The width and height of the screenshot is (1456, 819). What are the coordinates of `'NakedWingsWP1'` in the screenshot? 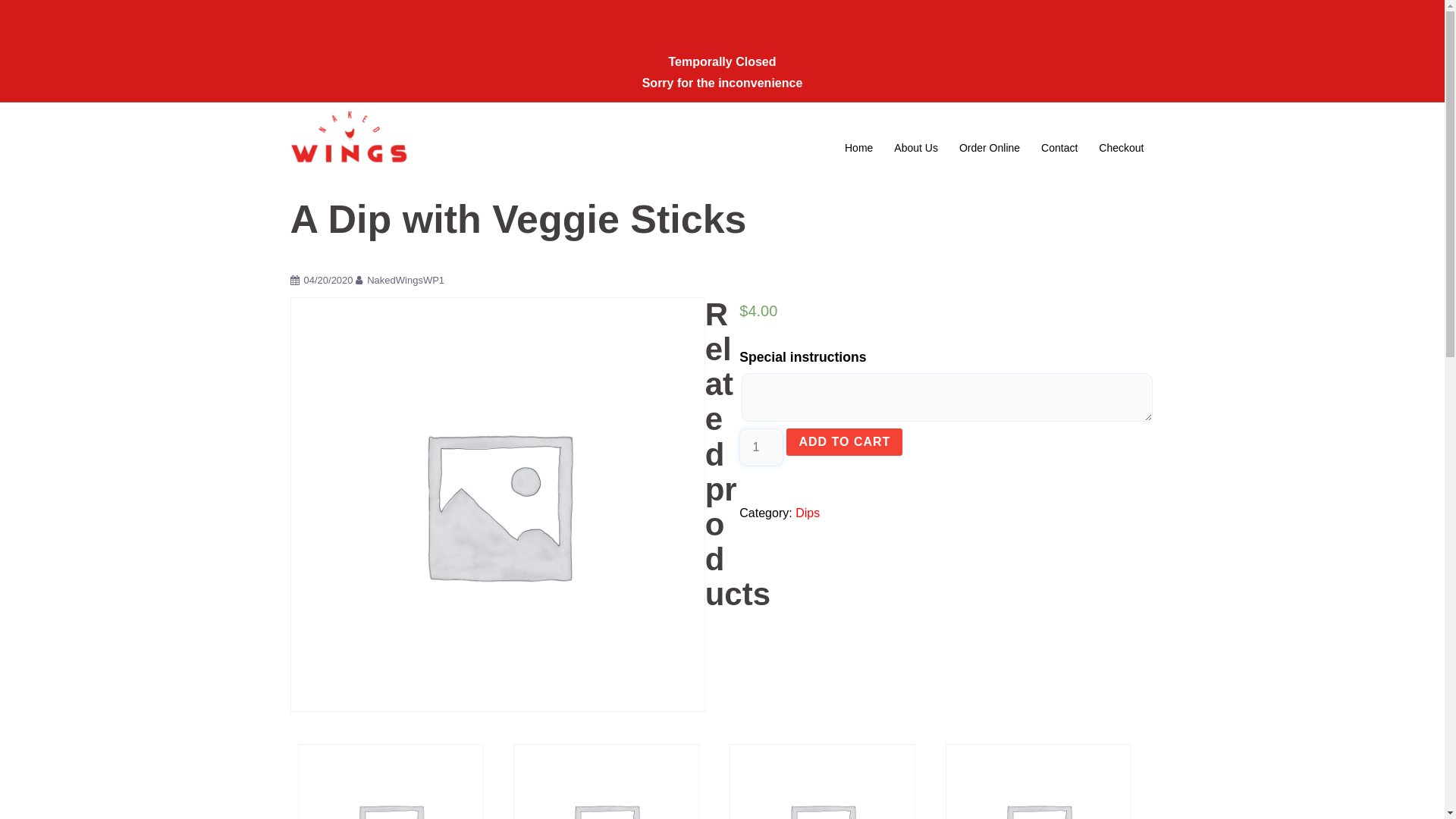 It's located at (405, 280).